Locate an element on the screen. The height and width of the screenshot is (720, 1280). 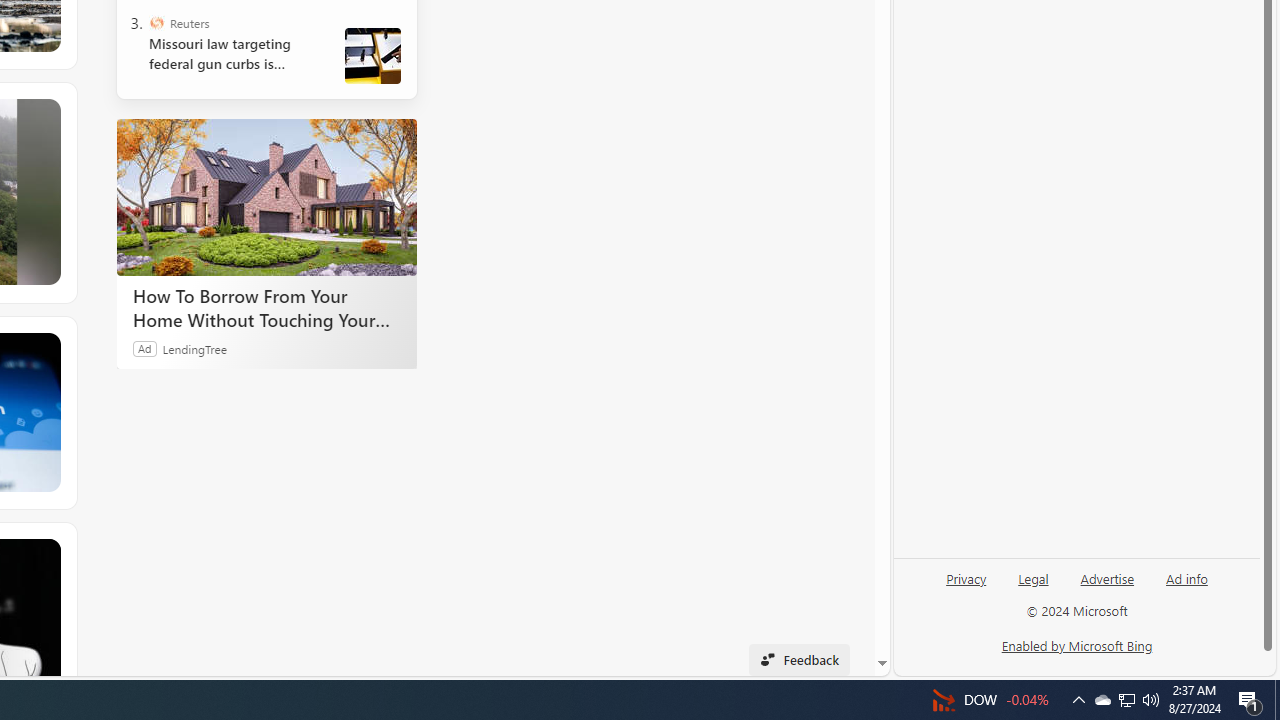
'Legal' is located at coordinates (1033, 585).